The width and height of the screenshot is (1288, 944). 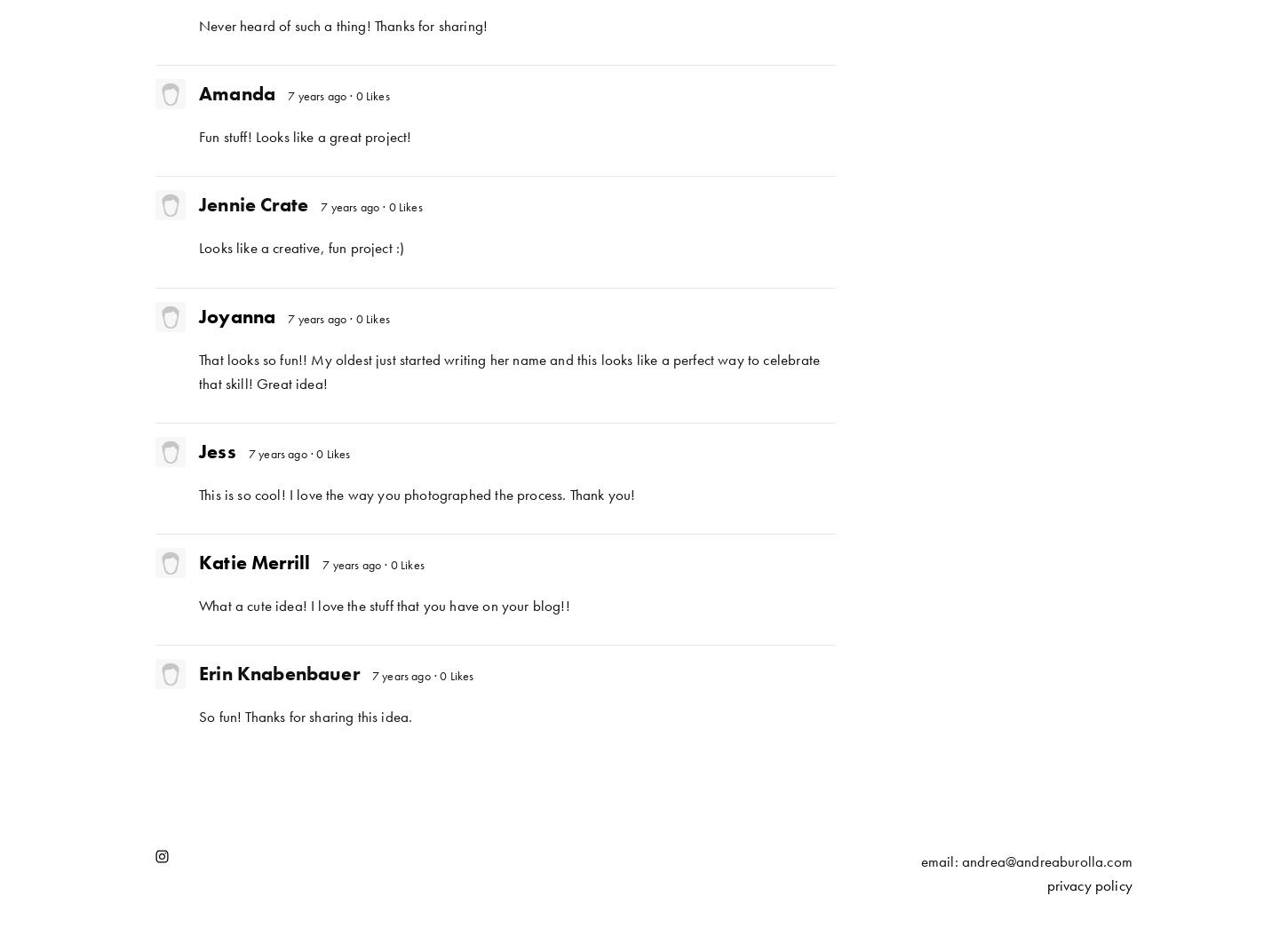 What do you see at coordinates (198, 248) in the screenshot?
I see `'Looks like a creative, fun project :)'` at bounding box center [198, 248].